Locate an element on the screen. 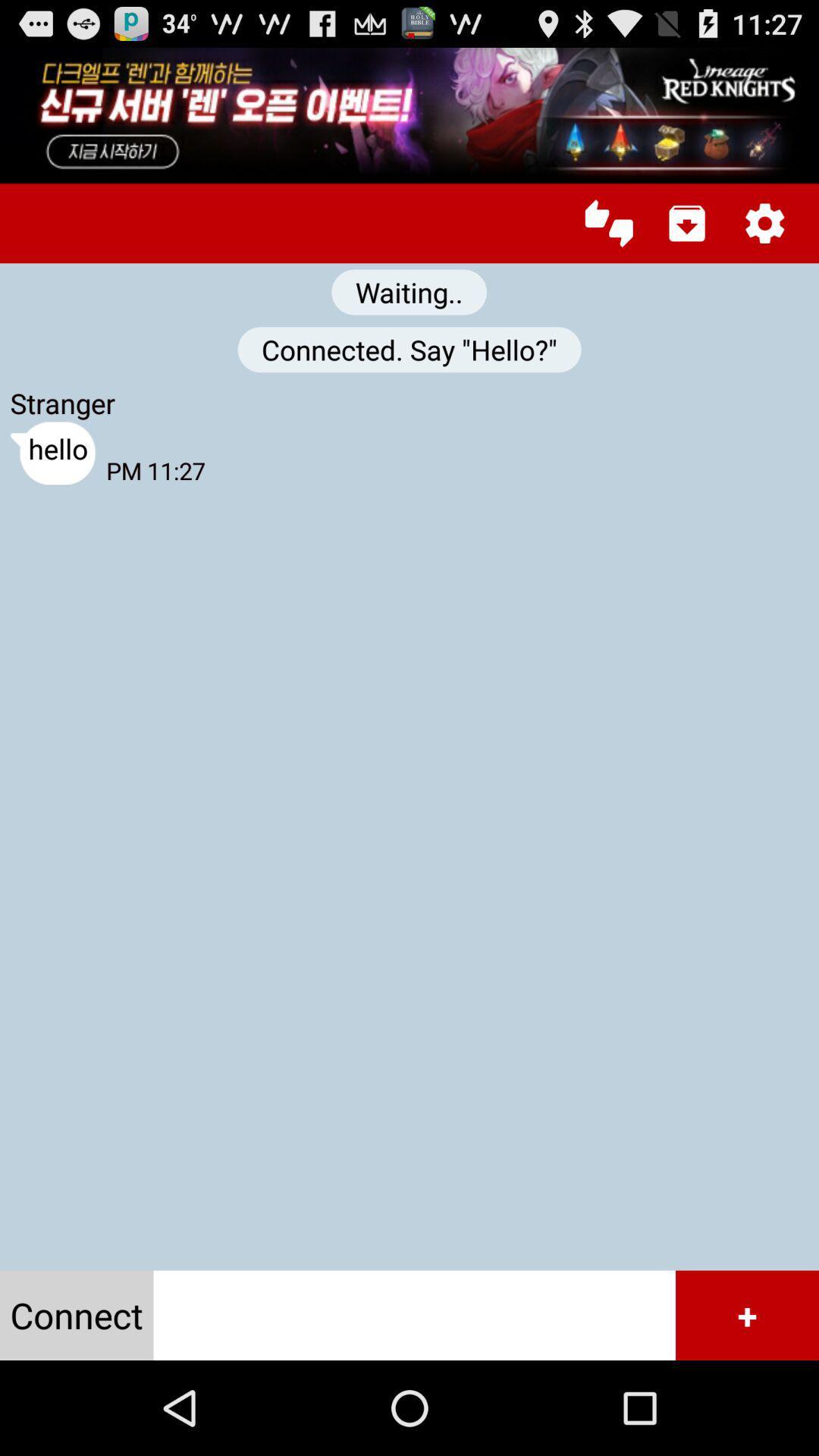  the settings icon is located at coordinates (764, 238).